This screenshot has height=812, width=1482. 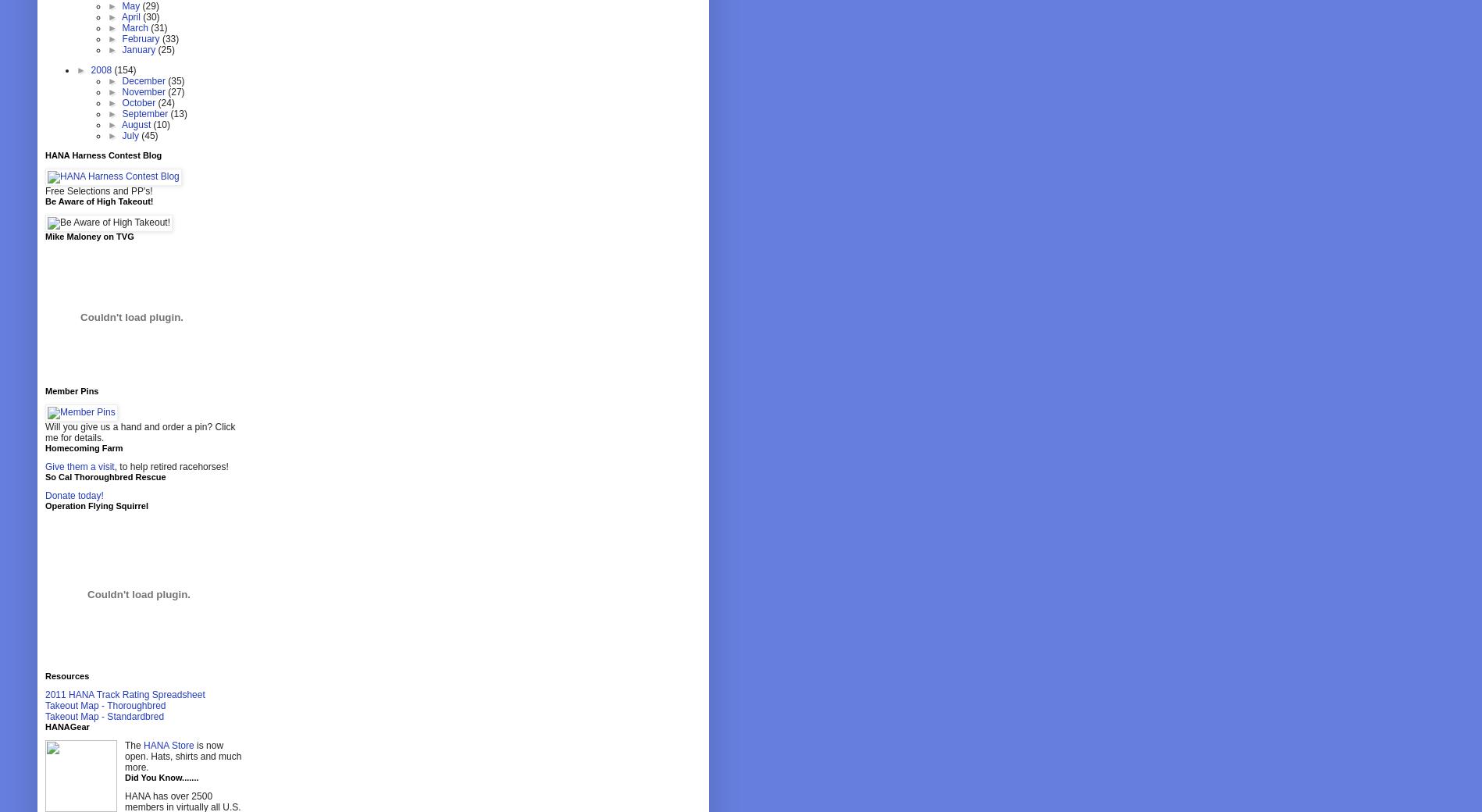 I want to click on 'August', so click(x=136, y=124).